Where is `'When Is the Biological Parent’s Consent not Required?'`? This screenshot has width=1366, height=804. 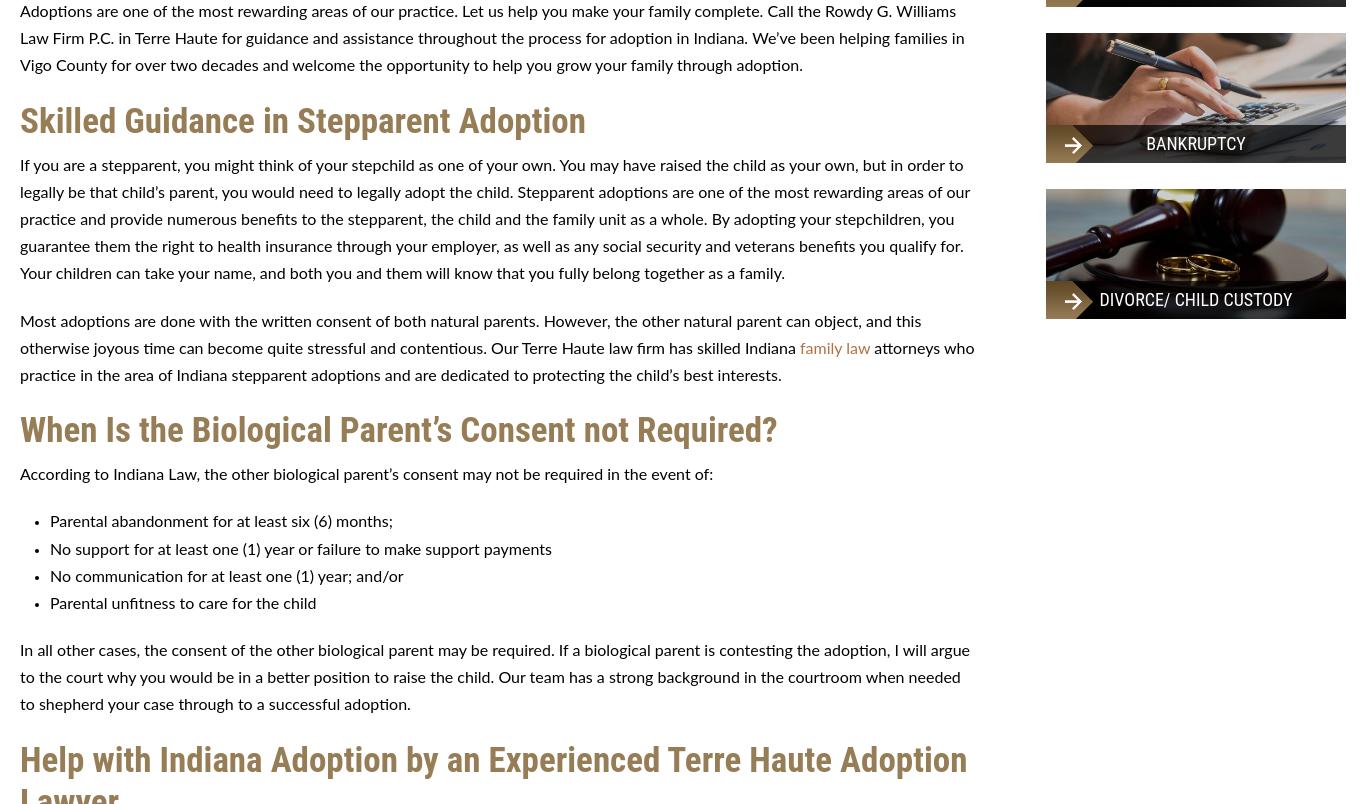 'When Is the Biological Parent’s Consent not Required?' is located at coordinates (19, 430).